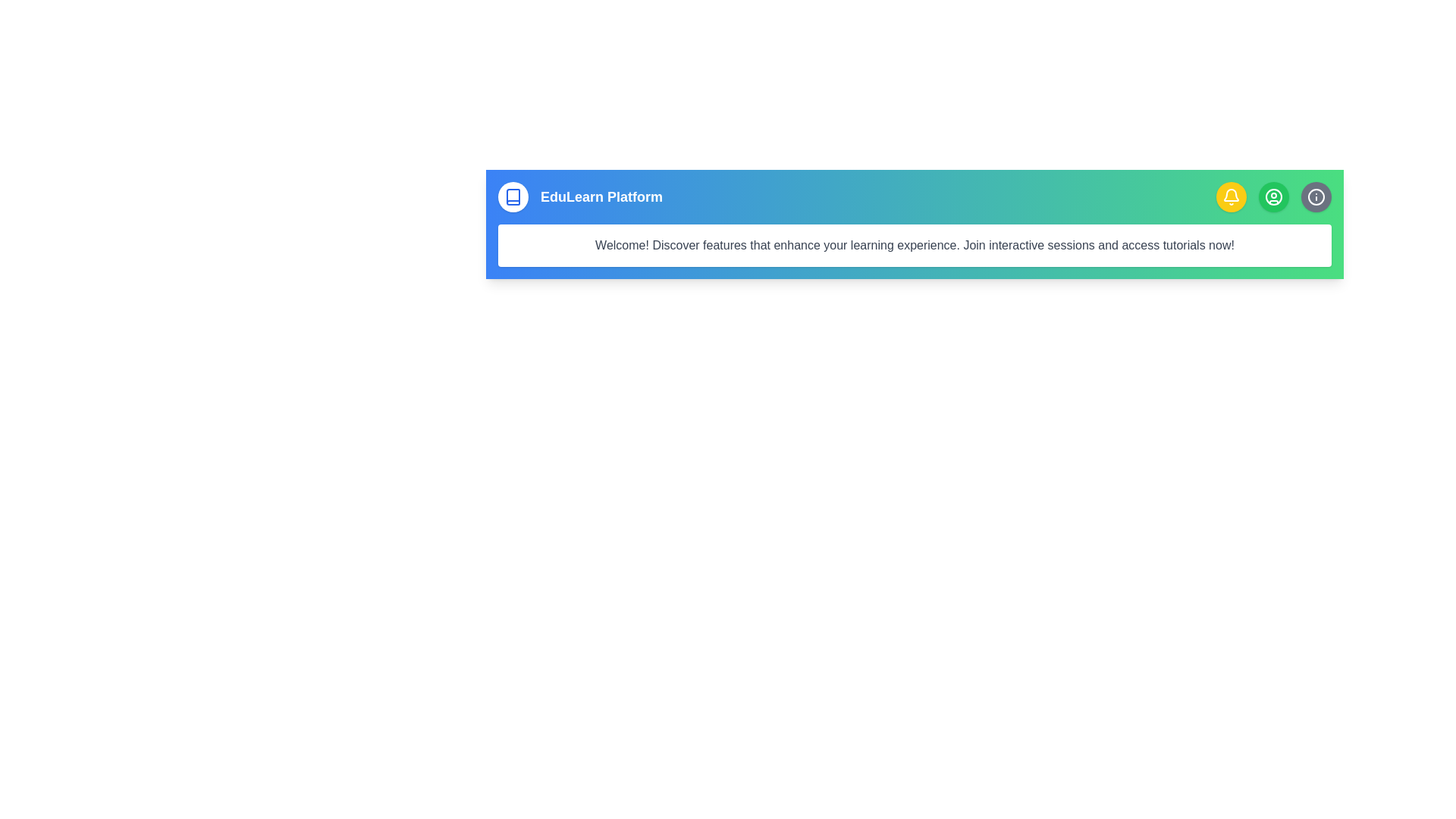 This screenshot has height=819, width=1456. What do you see at coordinates (1274, 196) in the screenshot?
I see `the user icon button to access user account settings` at bounding box center [1274, 196].